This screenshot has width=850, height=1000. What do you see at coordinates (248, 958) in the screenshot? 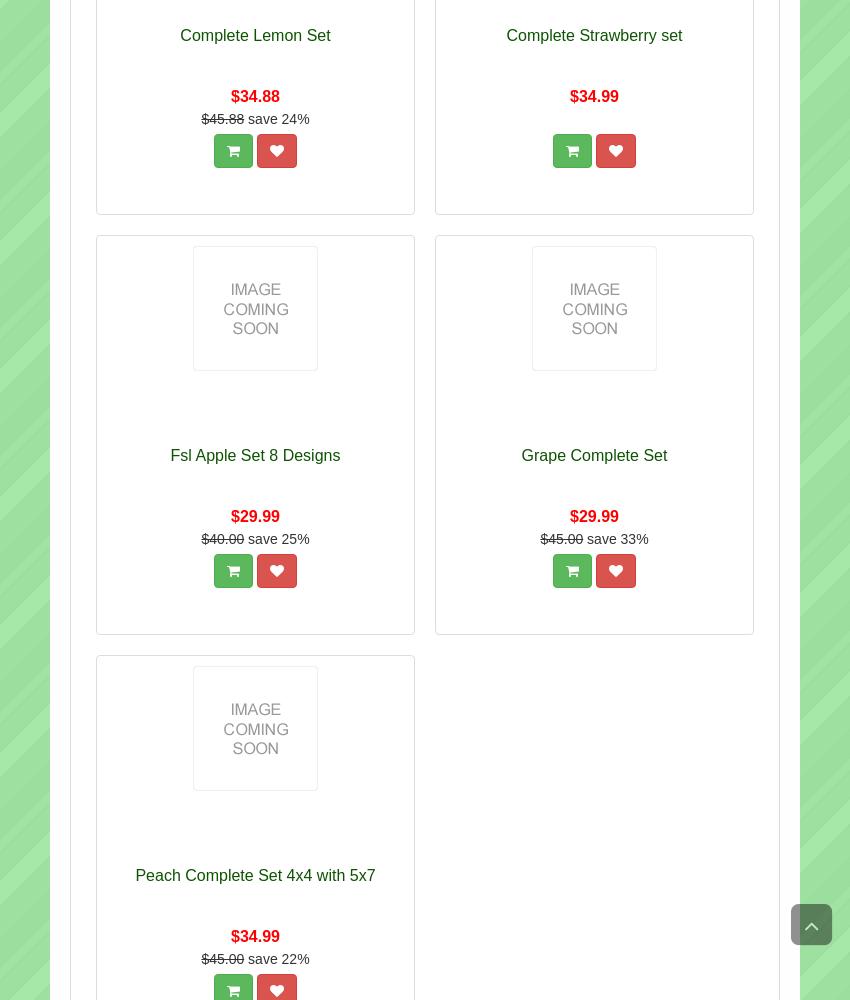
I see `'save  22%'` at bounding box center [248, 958].